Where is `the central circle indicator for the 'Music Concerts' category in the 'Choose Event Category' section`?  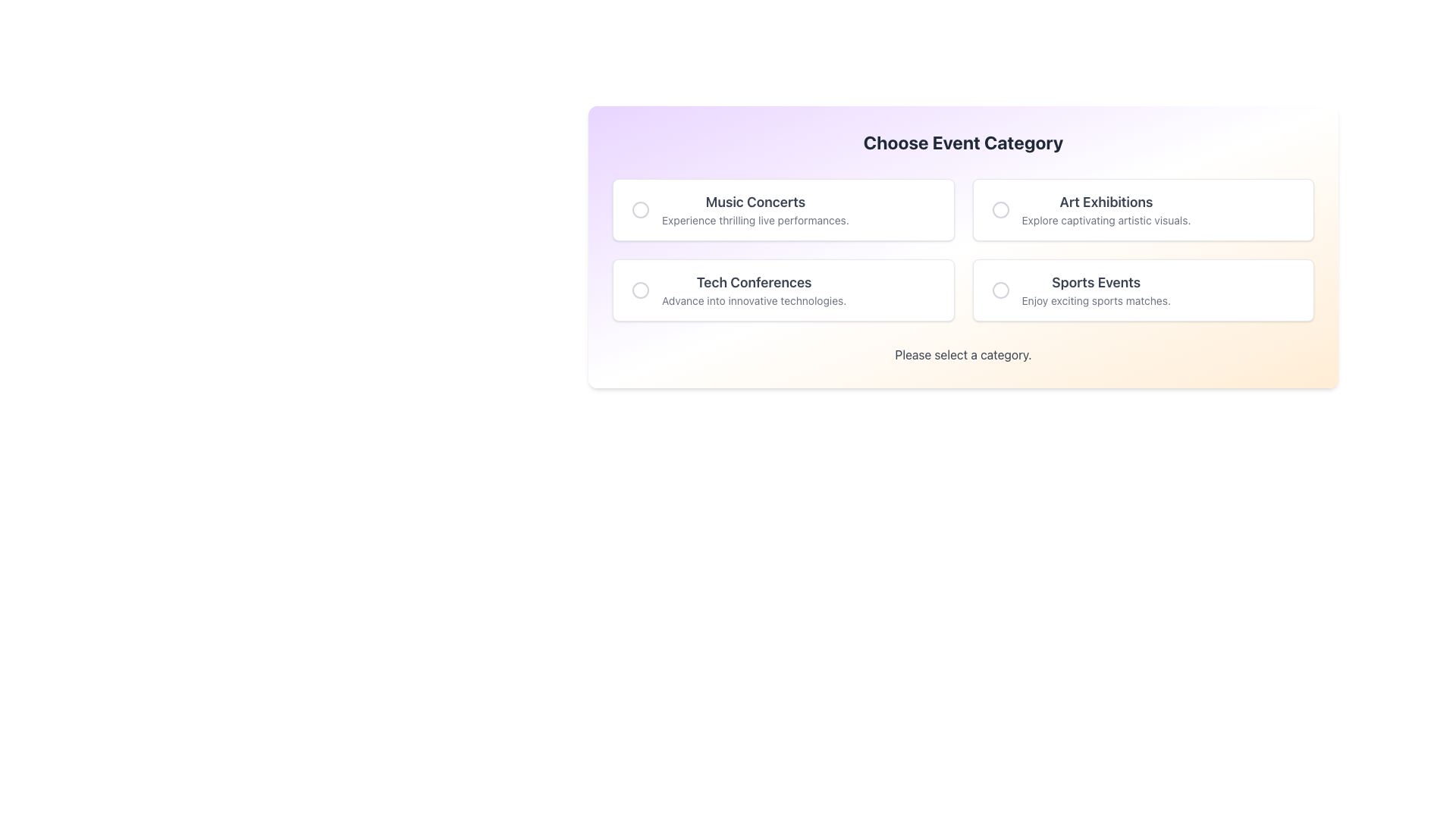 the central circle indicator for the 'Music Concerts' category in the 'Choose Event Category' section is located at coordinates (640, 210).